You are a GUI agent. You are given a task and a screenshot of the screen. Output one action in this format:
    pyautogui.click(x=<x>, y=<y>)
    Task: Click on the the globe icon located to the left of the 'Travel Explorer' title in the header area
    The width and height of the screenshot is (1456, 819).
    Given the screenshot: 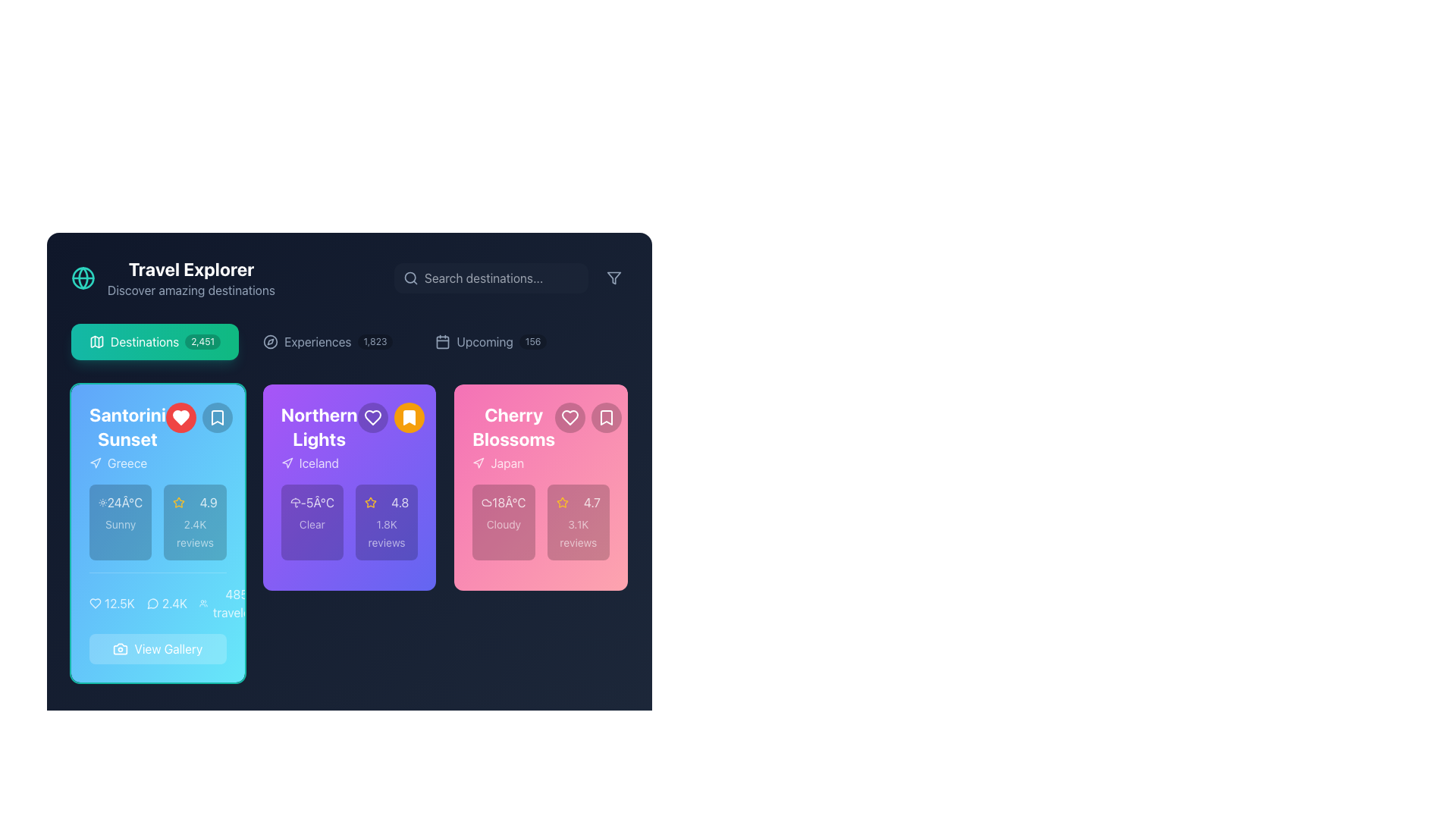 What is the action you would take?
    pyautogui.click(x=83, y=278)
    